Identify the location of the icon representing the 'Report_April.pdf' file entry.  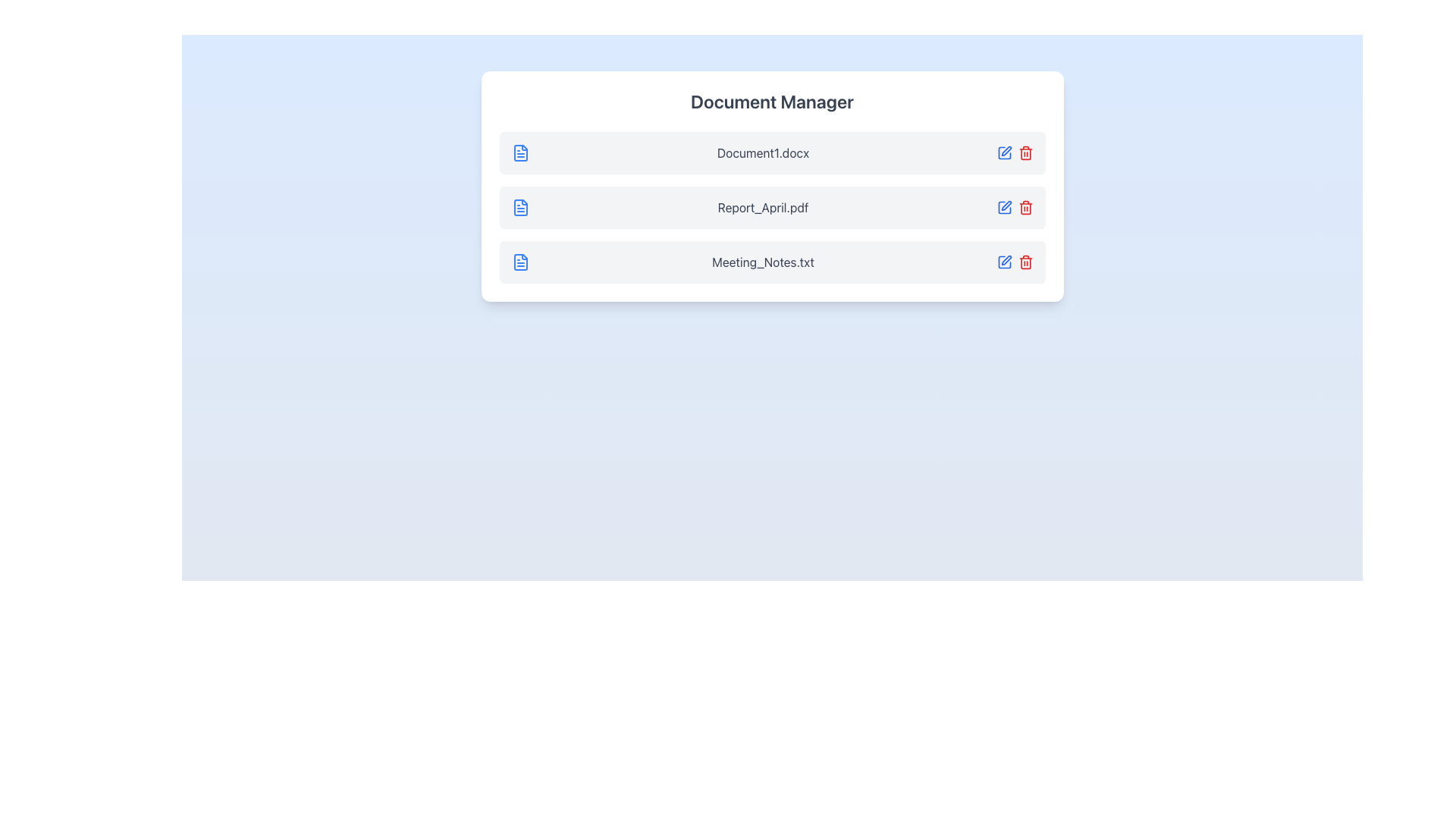
(520, 207).